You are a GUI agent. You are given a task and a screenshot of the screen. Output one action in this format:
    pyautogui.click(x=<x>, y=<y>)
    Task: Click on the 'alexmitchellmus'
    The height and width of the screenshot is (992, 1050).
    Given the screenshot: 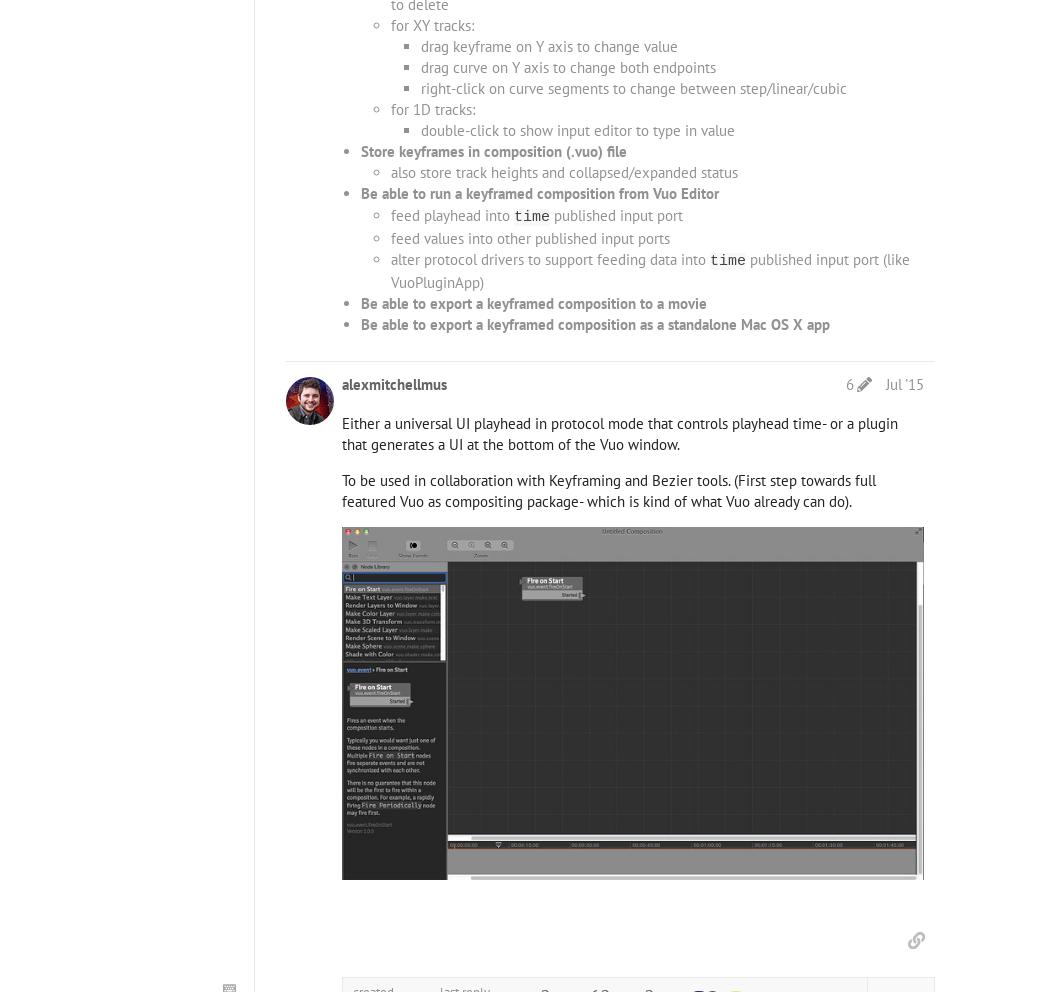 What is the action you would take?
    pyautogui.click(x=340, y=383)
    